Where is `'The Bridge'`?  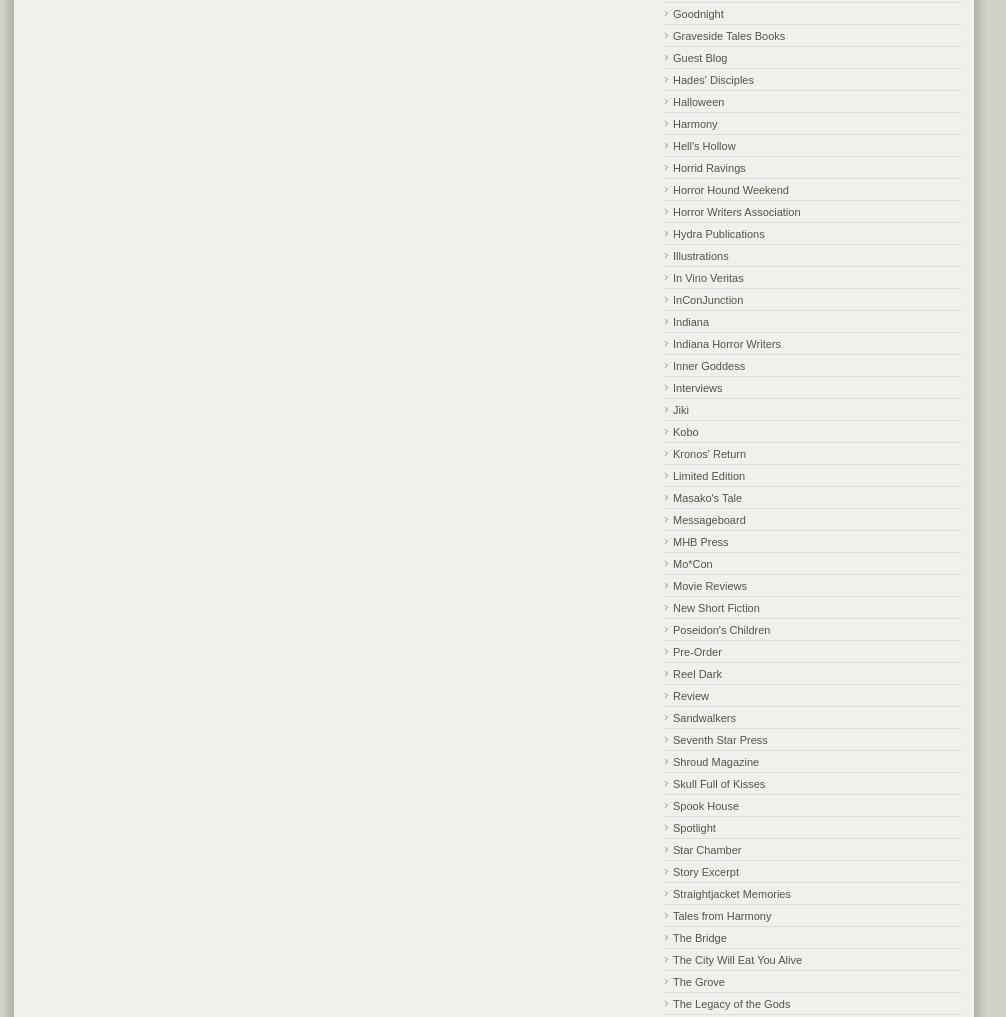 'The Bridge' is located at coordinates (699, 935).